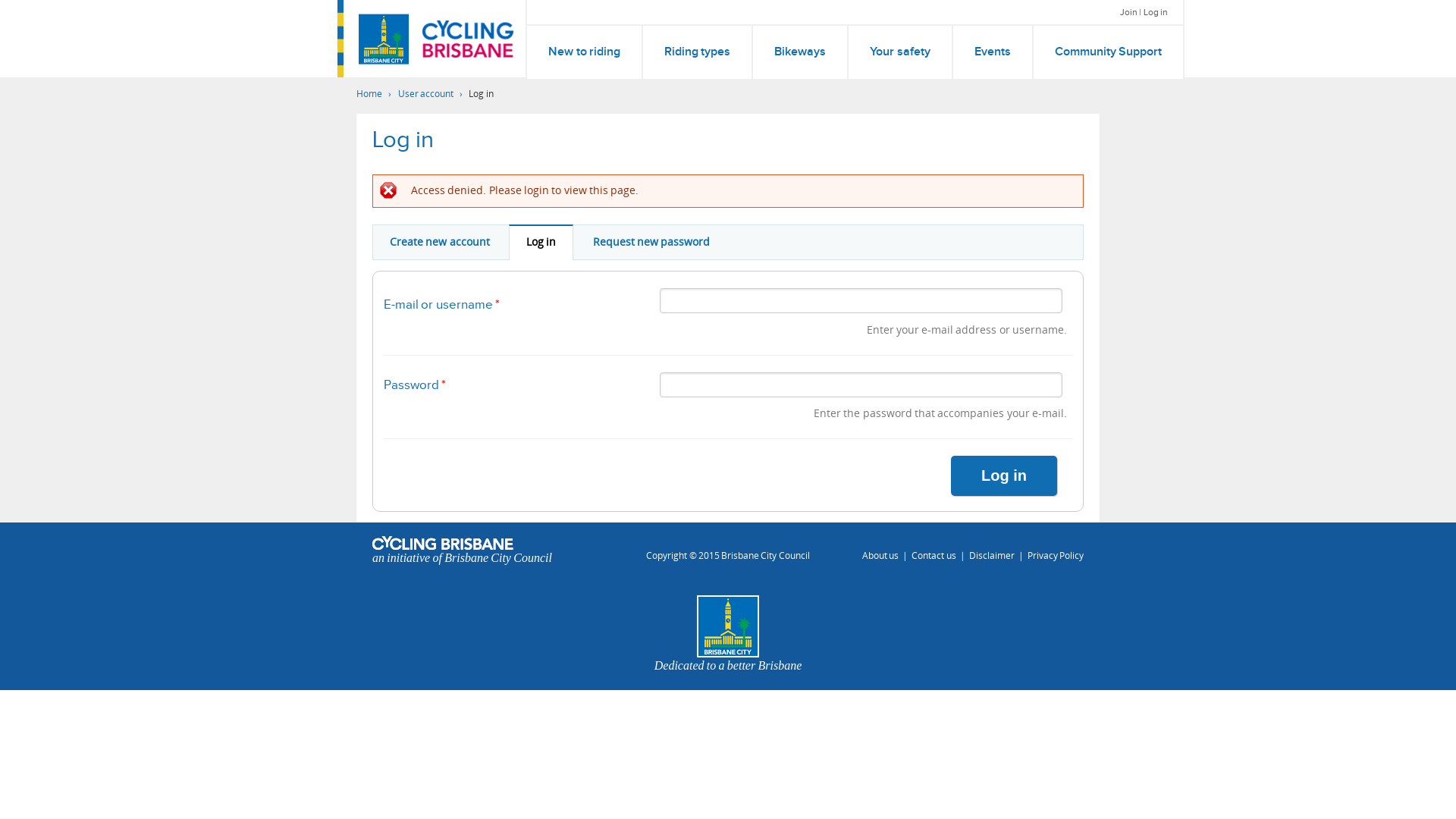  Describe the element at coordinates (439, 242) in the screenshot. I see `'Create new account'` at that location.